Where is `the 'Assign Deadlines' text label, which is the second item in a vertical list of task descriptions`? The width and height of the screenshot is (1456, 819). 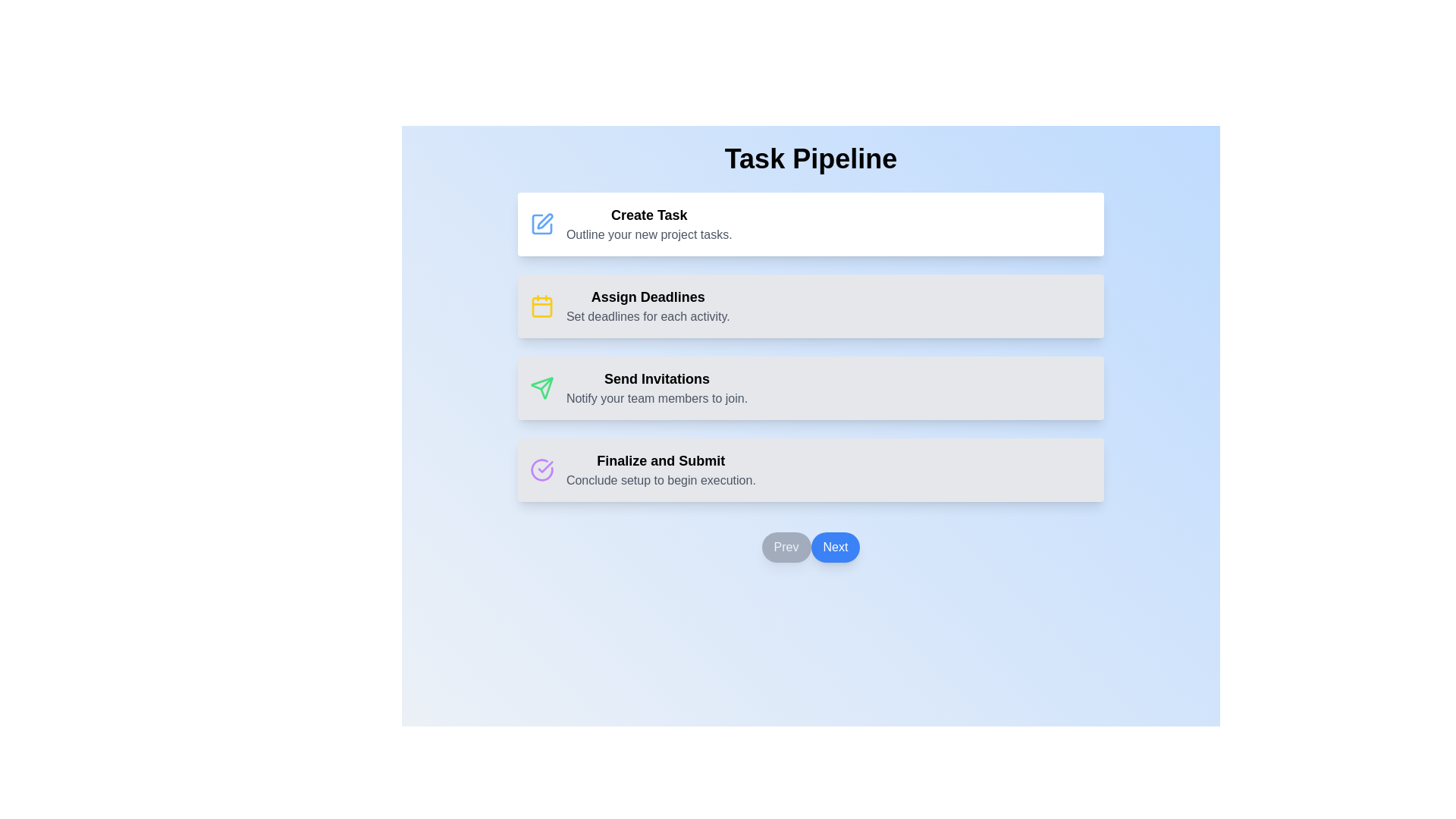
the 'Assign Deadlines' text label, which is the second item in a vertical list of task descriptions is located at coordinates (648, 306).